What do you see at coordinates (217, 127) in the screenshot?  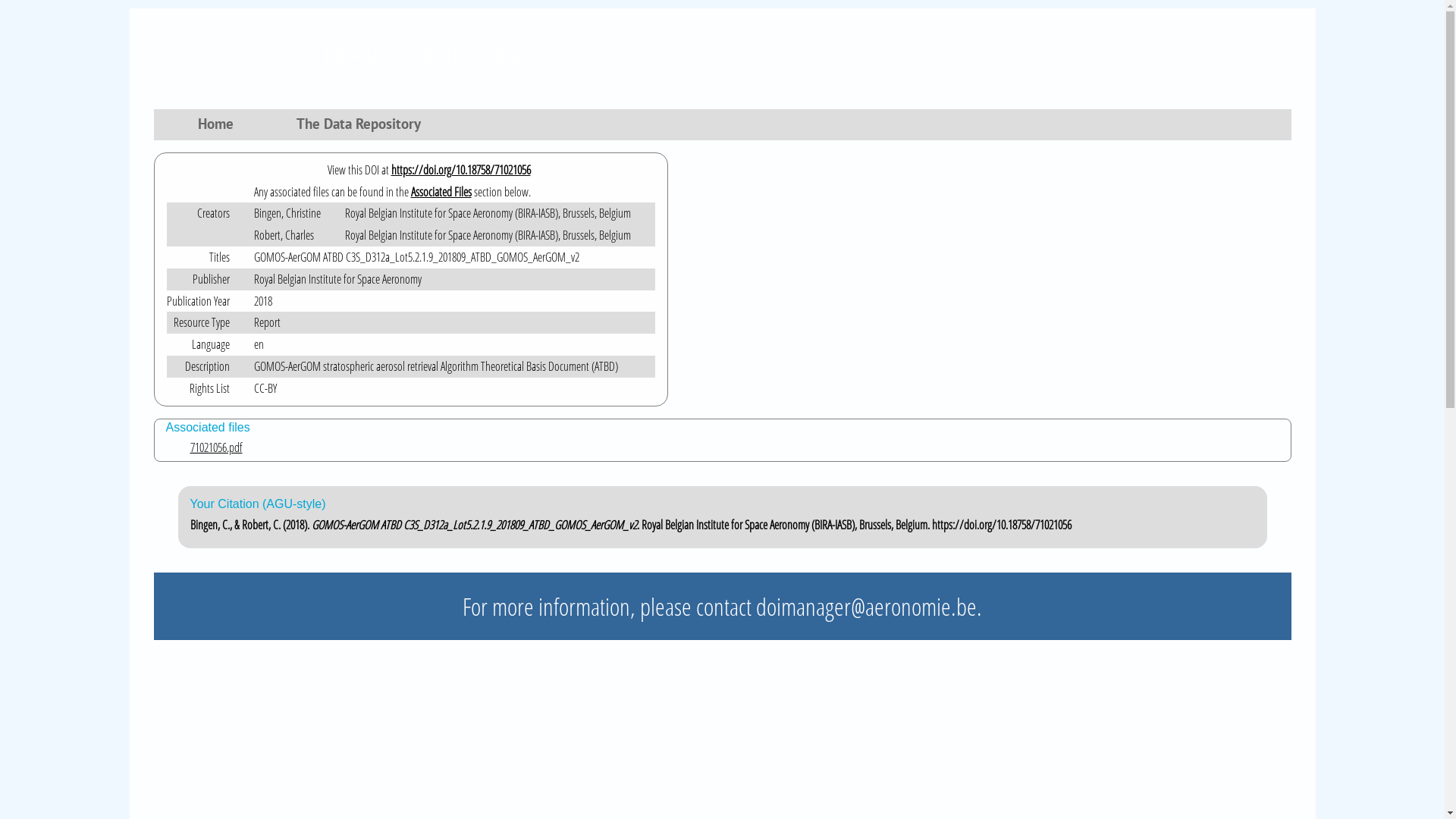 I see `'Home'` at bounding box center [217, 127].